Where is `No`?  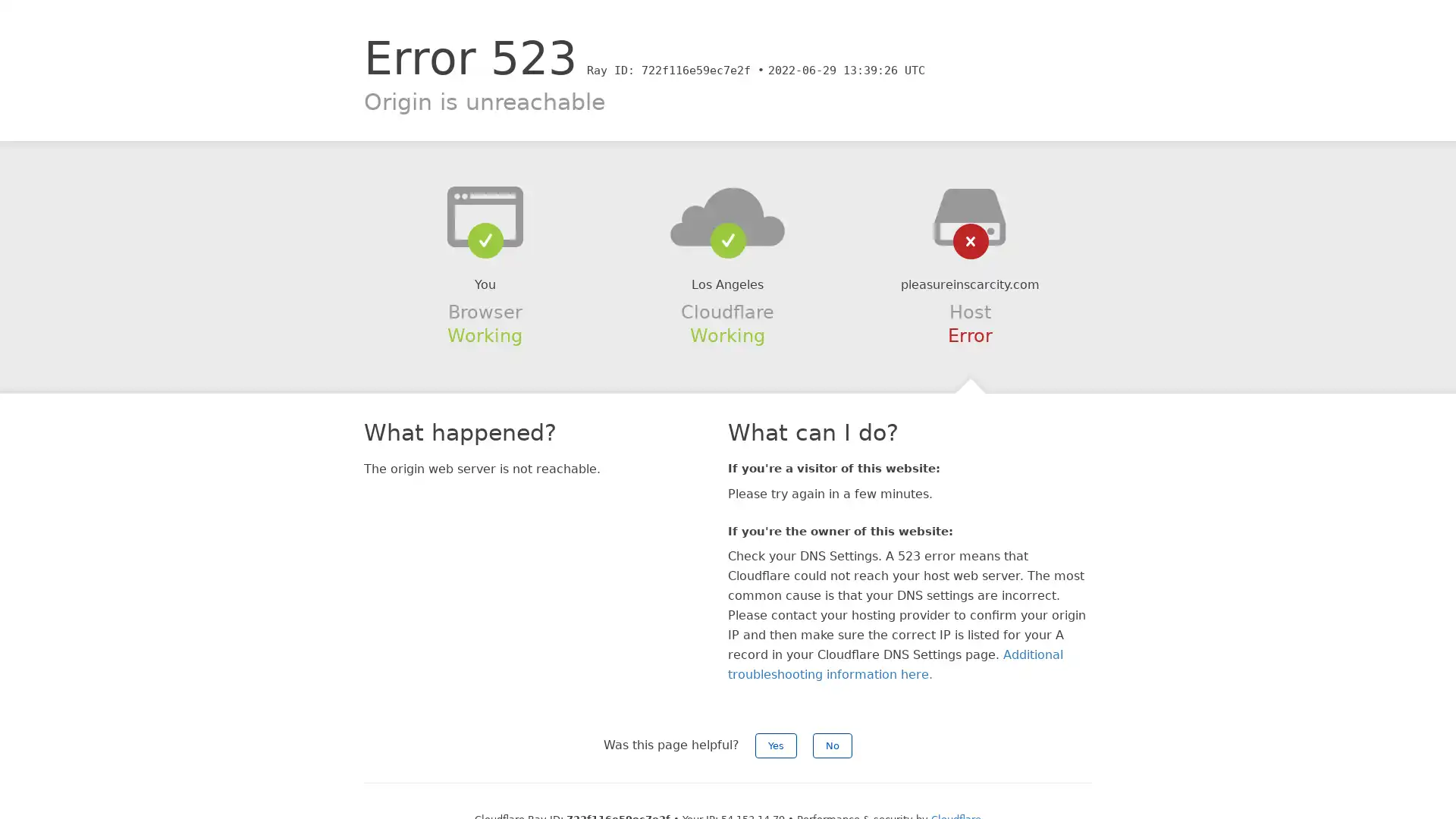 No is located at coordinates (832, 745).